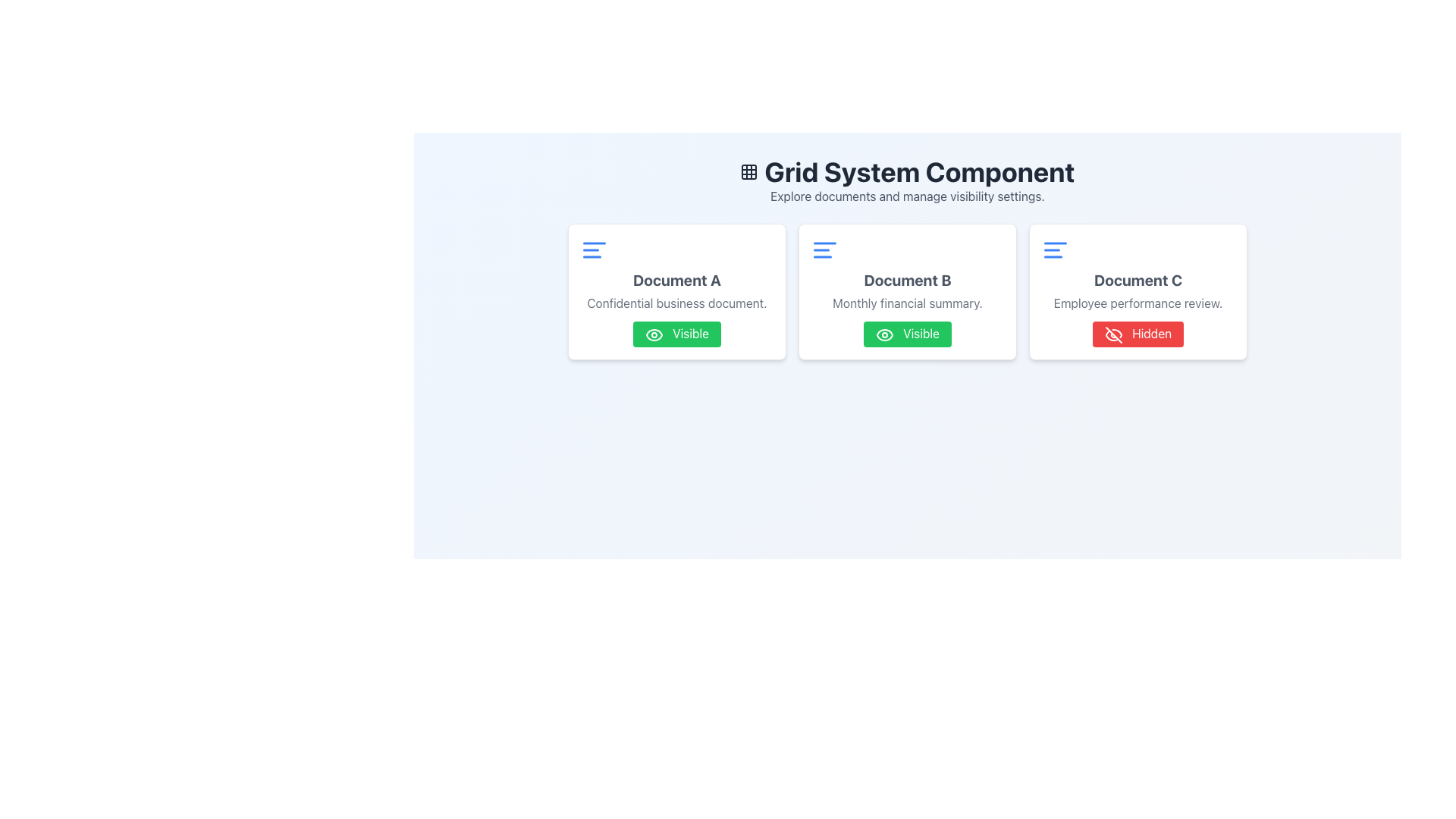 This screenshot has height=819, width=1456. What do you see at coordinates (1138, 281) in the screenshot?
I see `the text label component that identifies the title of the document in the rightmost card of a three-card grid layout under 'Document C'` at bounding box center [1138, 281].